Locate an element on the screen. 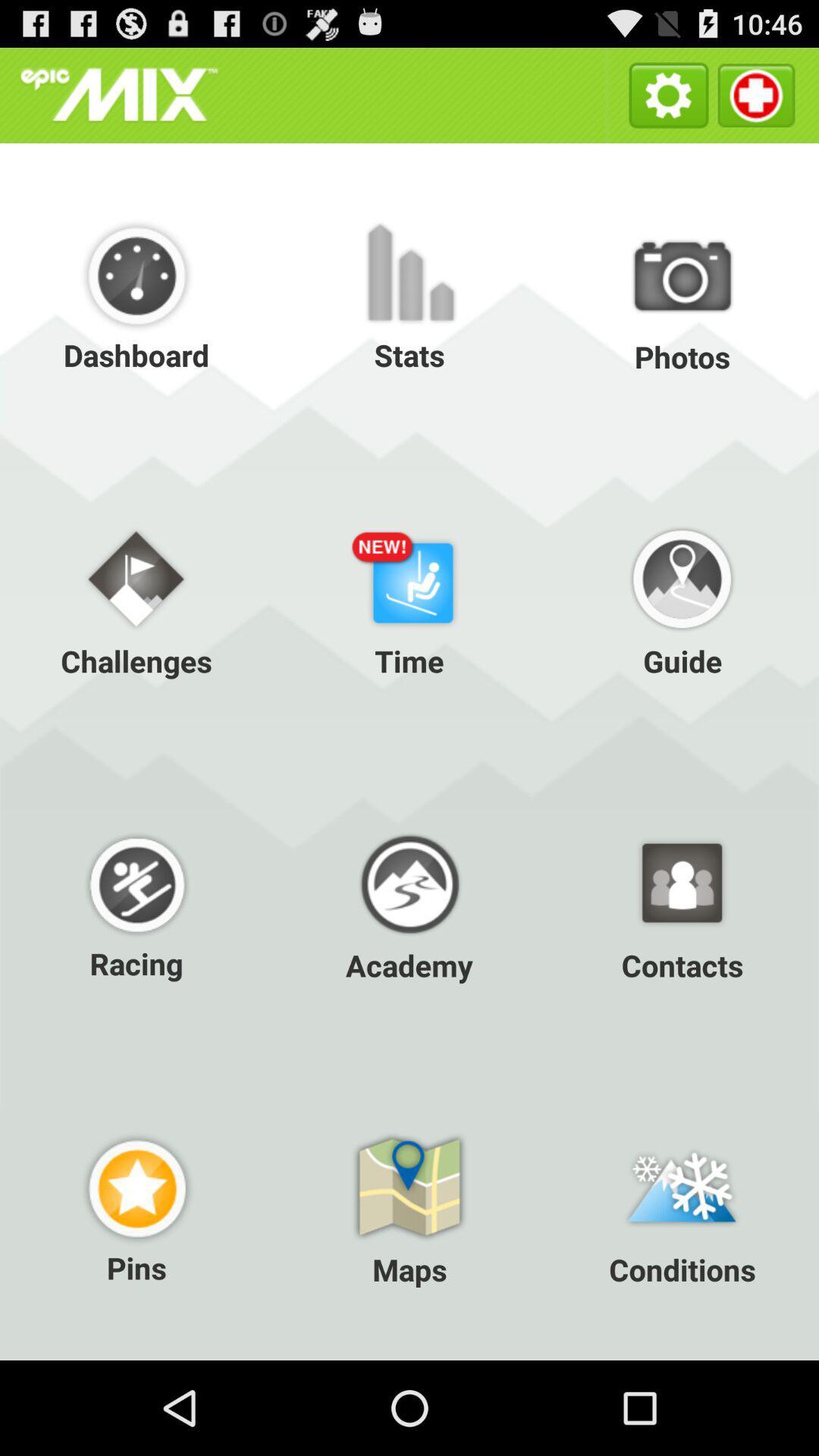 The height and width of the screenshot is (1456, 819). item below photos icon is located at coordinates (409, 598).